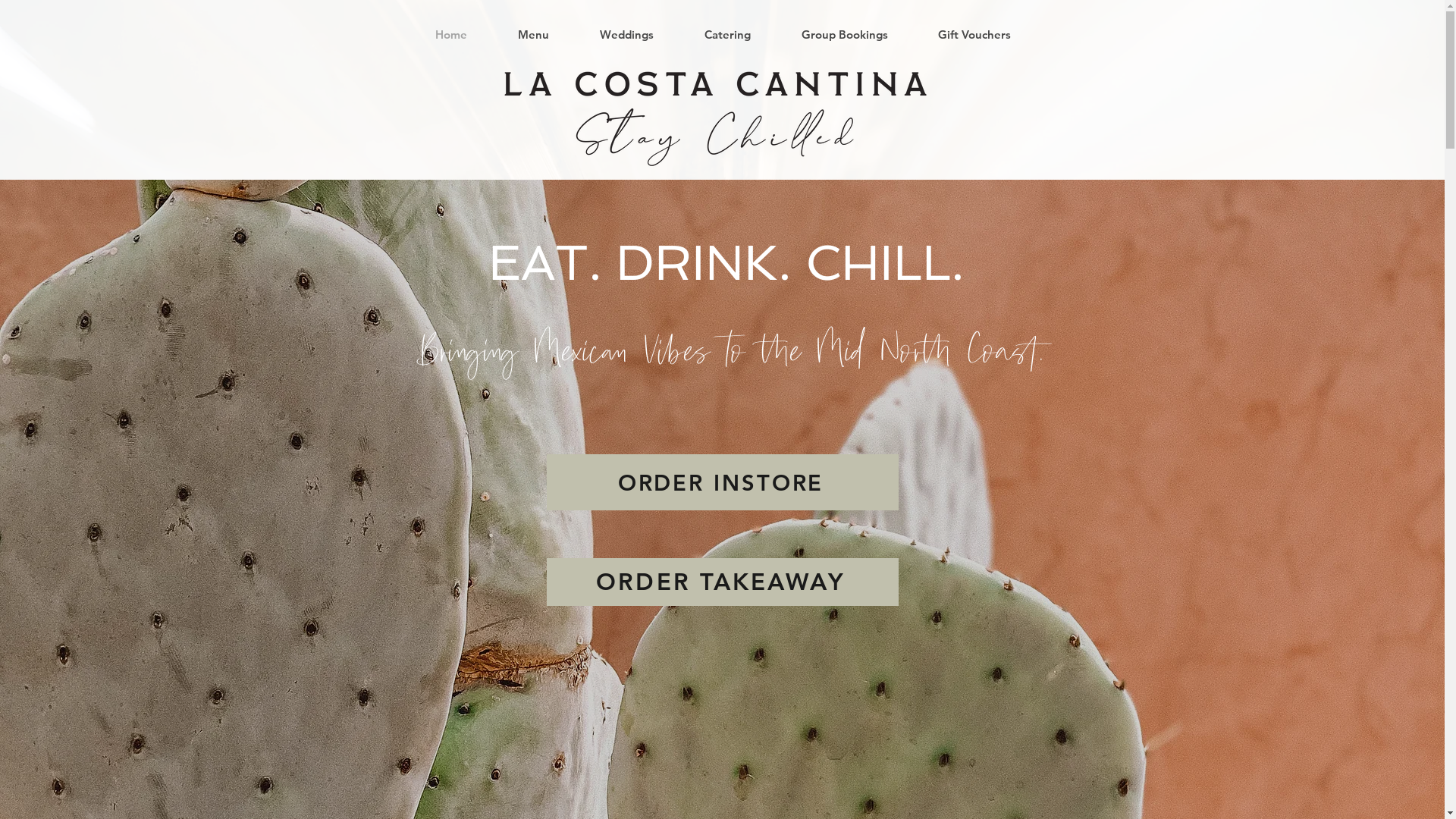 This screenshot has width=1456, height=819. Describe the element at coordinates (728, 34) in the screenshot. I see `'Catering'` at that location.